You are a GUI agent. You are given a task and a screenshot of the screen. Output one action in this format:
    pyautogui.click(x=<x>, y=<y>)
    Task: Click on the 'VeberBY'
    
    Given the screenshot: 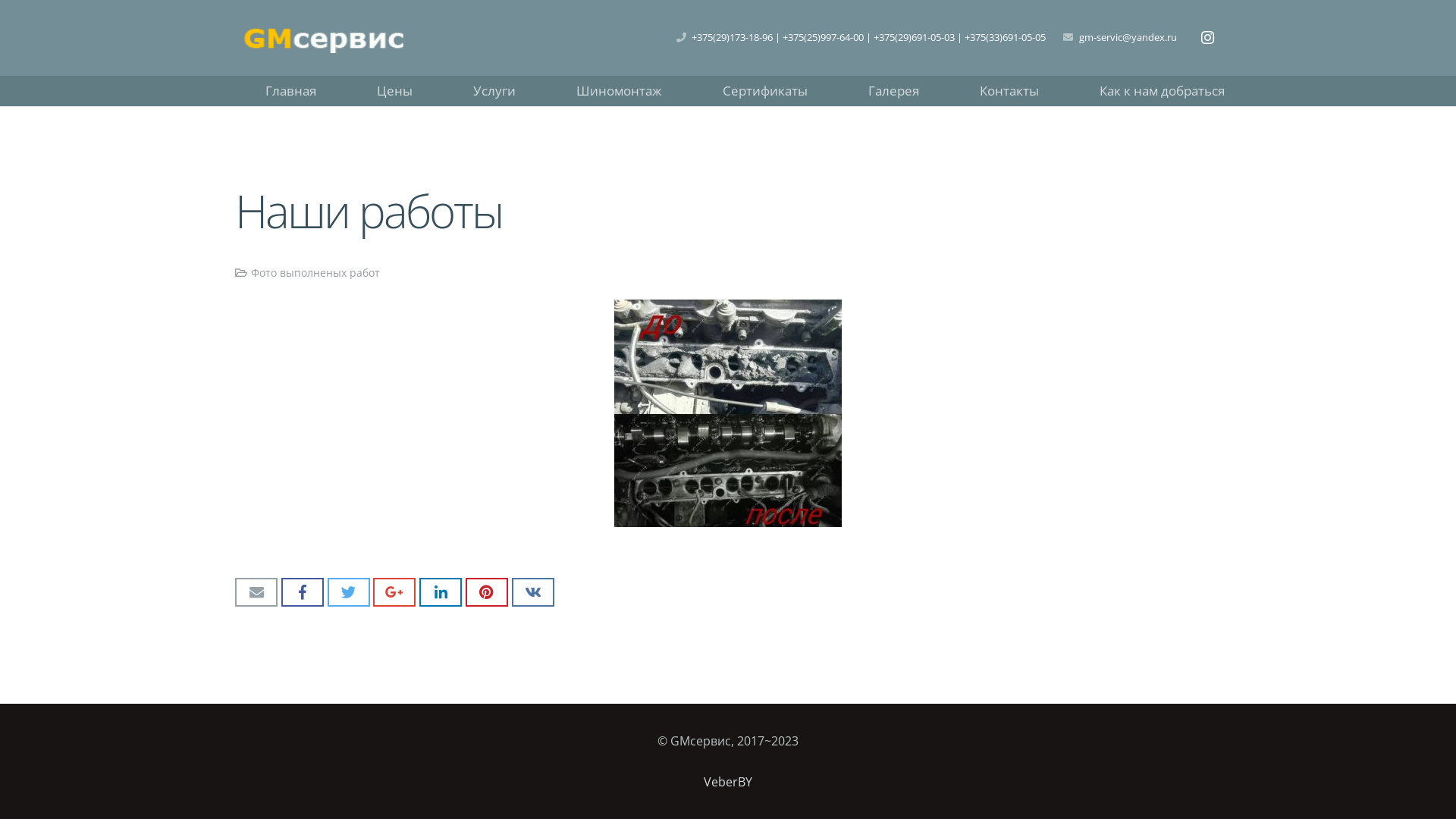 What is the action you would take?
    pyautogui.click(x=702, y=781)
    